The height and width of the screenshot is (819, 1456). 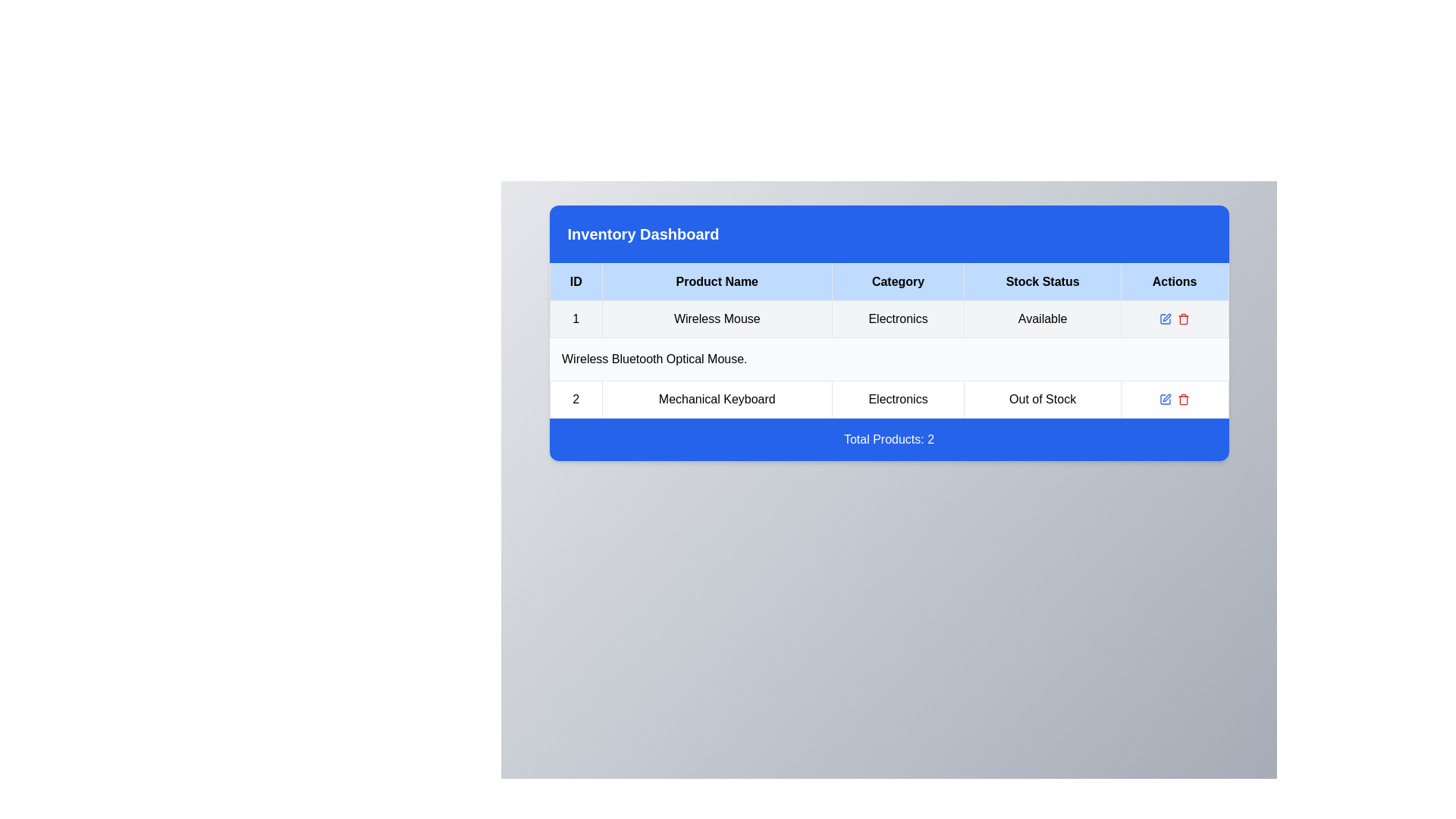 What do you see at coordinates (1042, 281) in the screenshot?
I see `the 'Stock Status' label, which is the fourth column header in the table header row of the 'Inventory Dashboard', aligned between 'Category' and 'Actions'` at bounding box center [1042, 281].